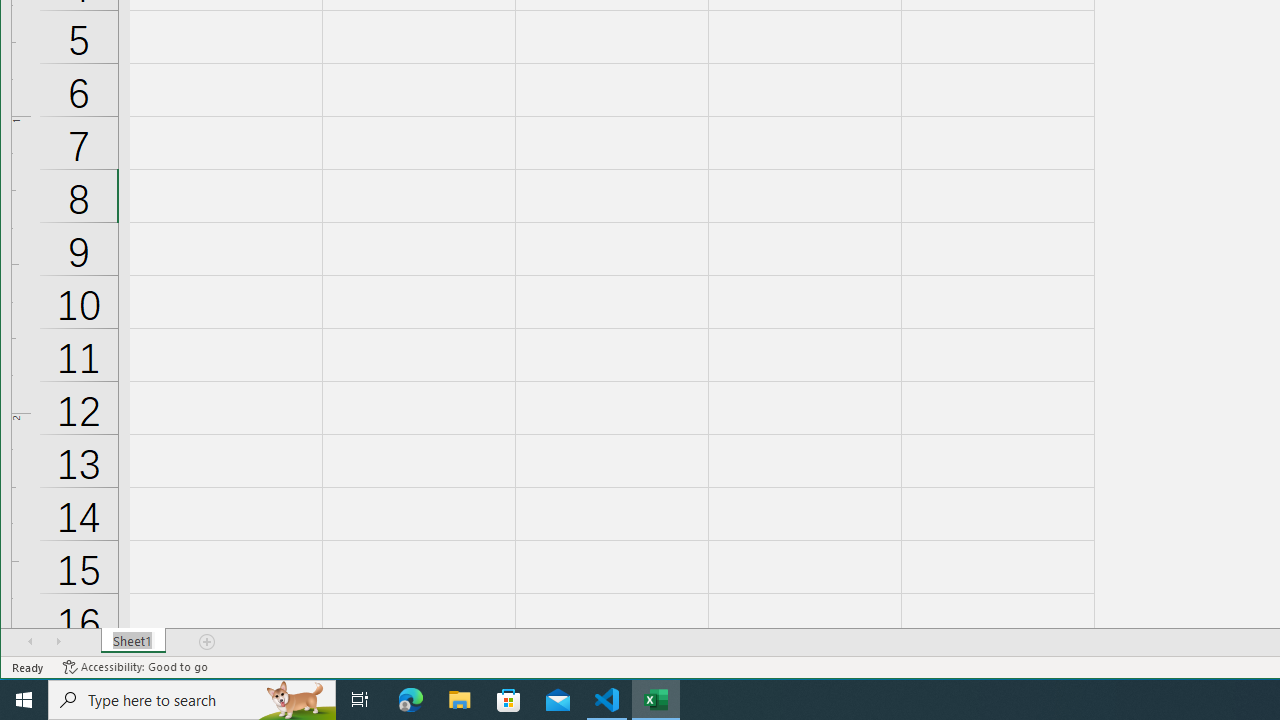  I want to click on 'Microsoft Store', so click(509, 698).